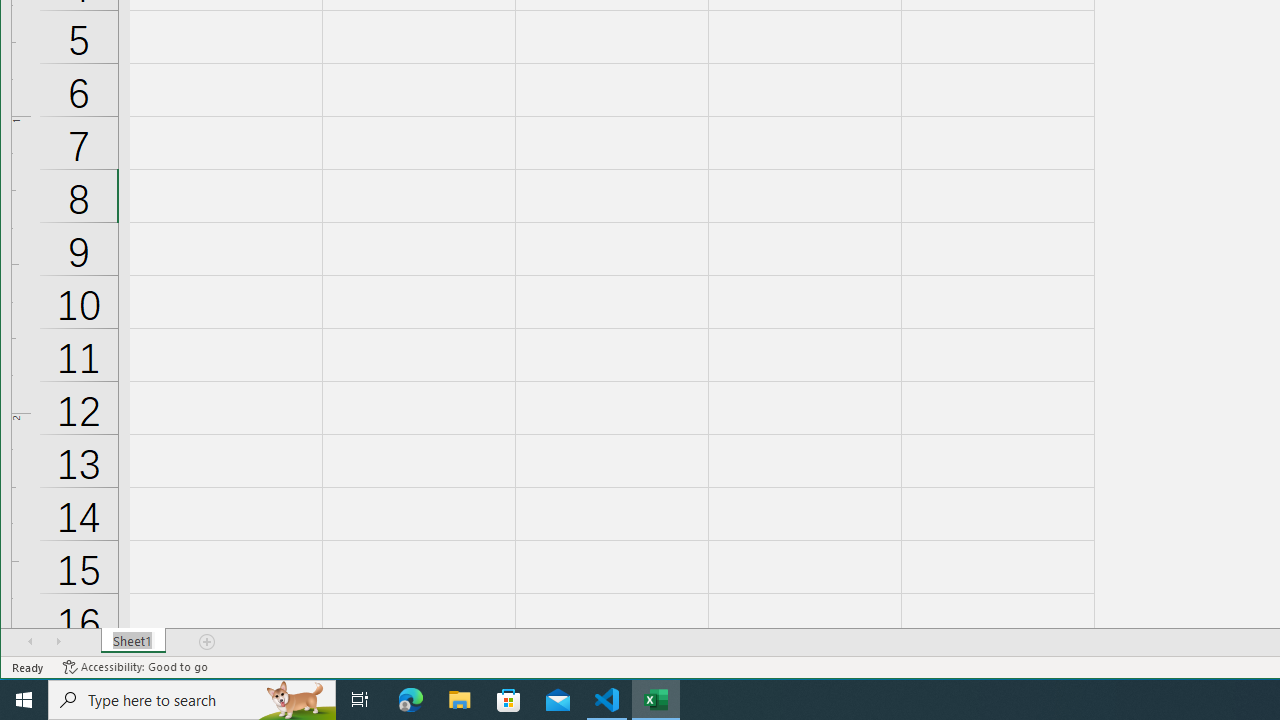  I want to click on 'Microsoft Store', so click(509, 698).